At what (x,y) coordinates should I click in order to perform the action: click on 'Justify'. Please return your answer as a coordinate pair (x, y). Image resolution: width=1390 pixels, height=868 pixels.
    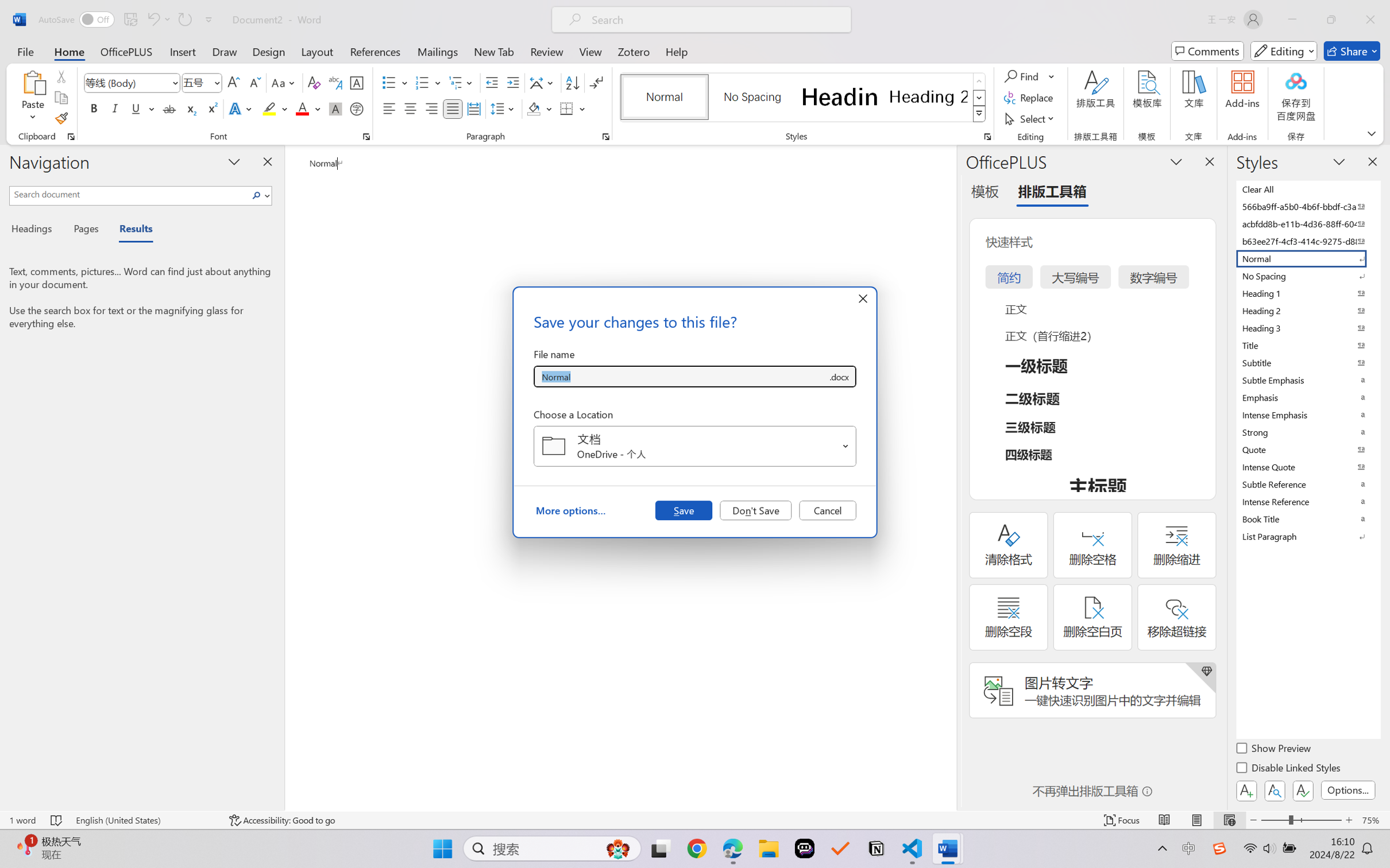
    Looking at the image, I should click on (452, 108).